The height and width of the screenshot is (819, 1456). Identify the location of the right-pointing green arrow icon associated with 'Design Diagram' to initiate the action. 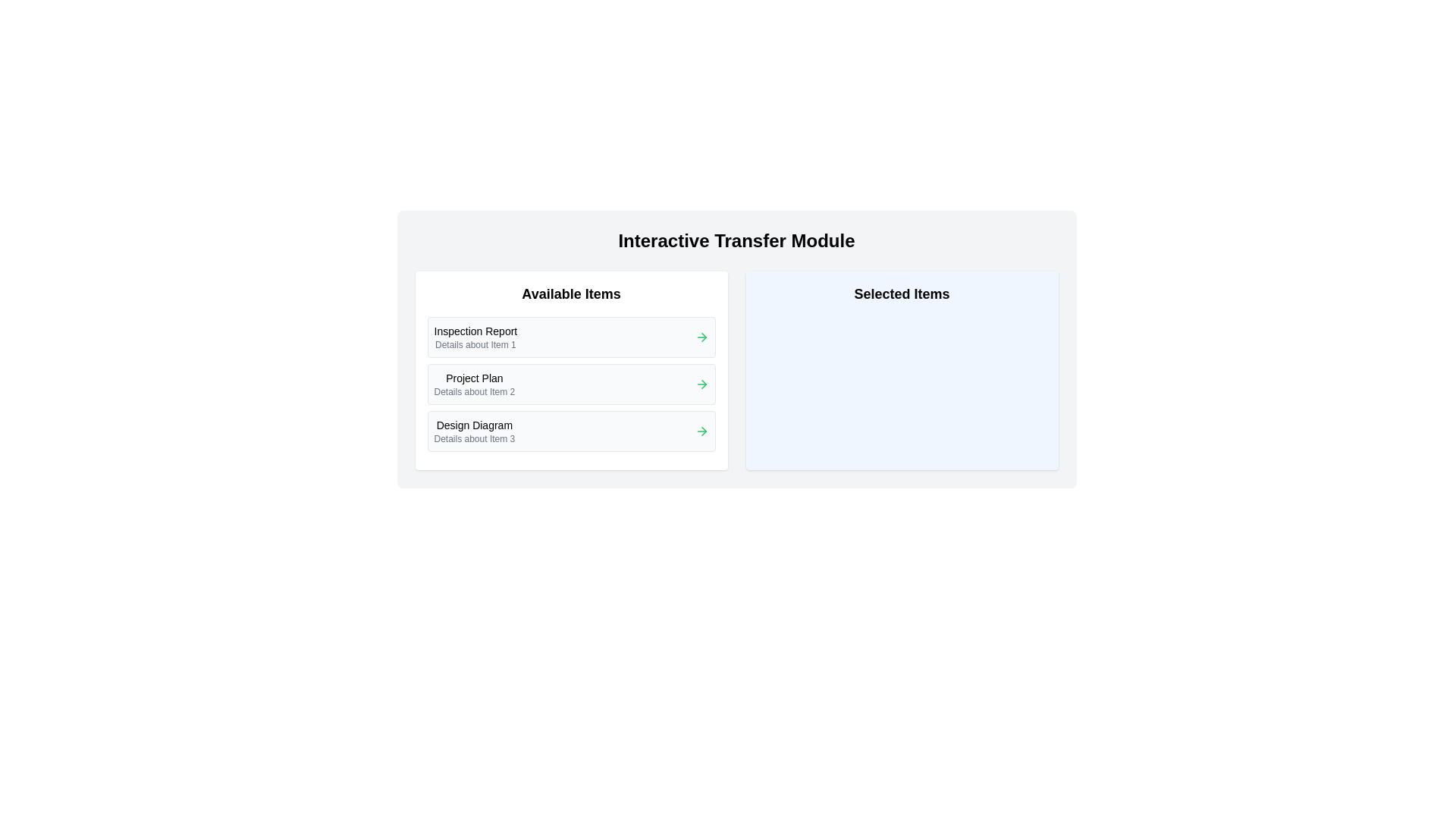
(701, 431).